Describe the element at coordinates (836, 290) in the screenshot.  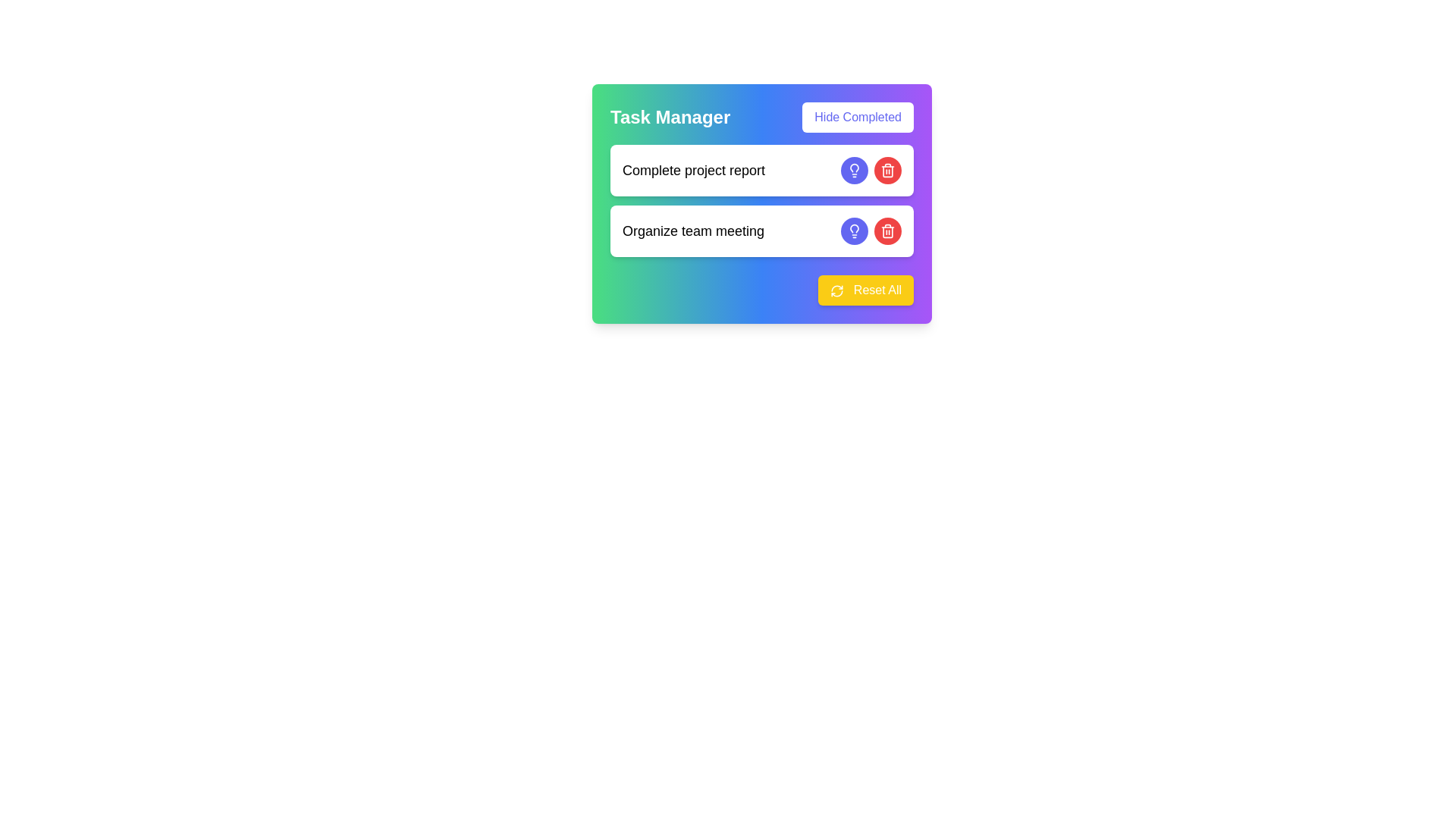
I see `the 'Reset All' button located at the bottom right of the task management panel, which contains a circular refresh icon with two curved arrows` at that location.